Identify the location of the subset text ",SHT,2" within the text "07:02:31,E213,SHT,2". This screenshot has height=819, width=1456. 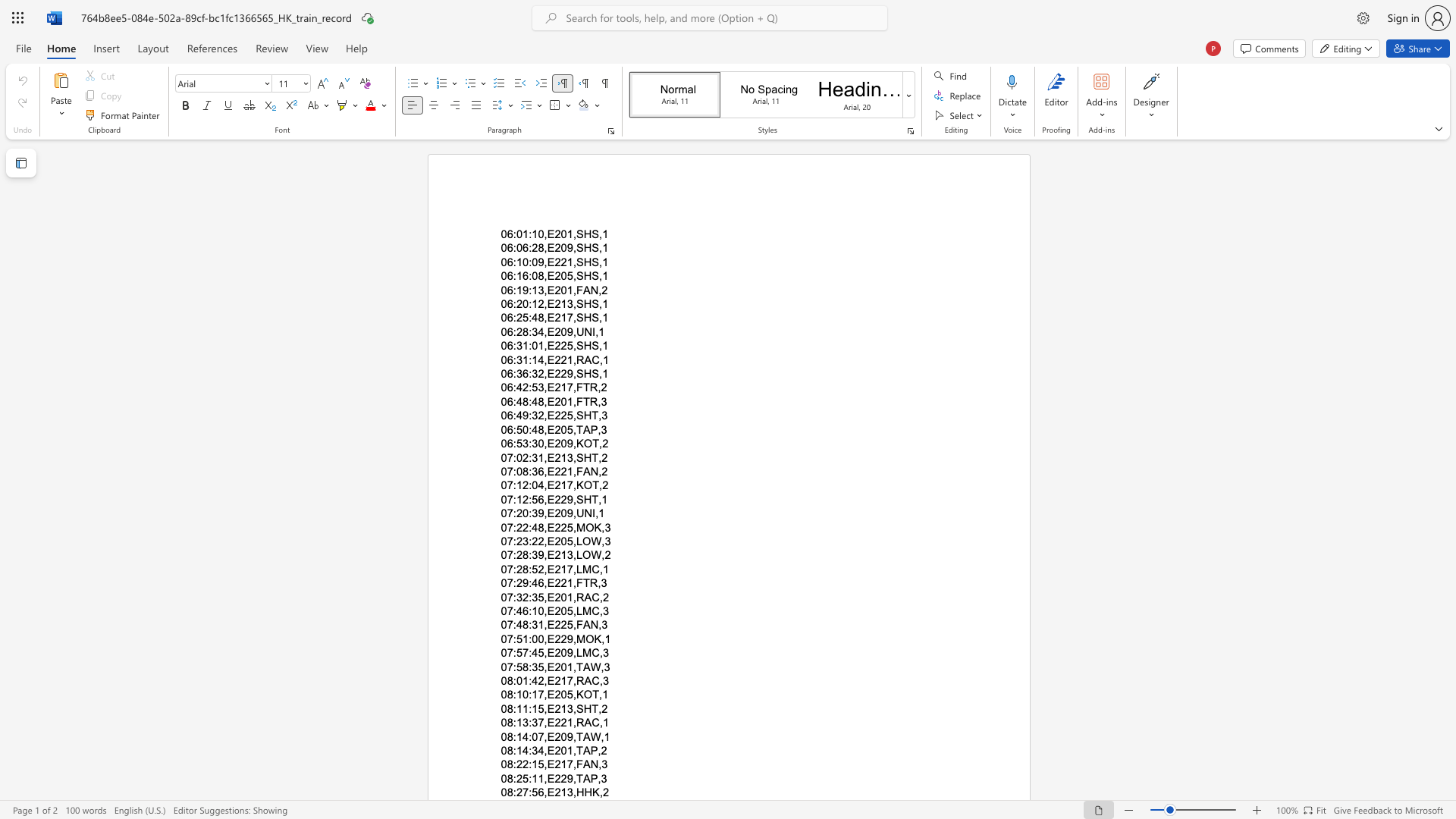
(572, 457).